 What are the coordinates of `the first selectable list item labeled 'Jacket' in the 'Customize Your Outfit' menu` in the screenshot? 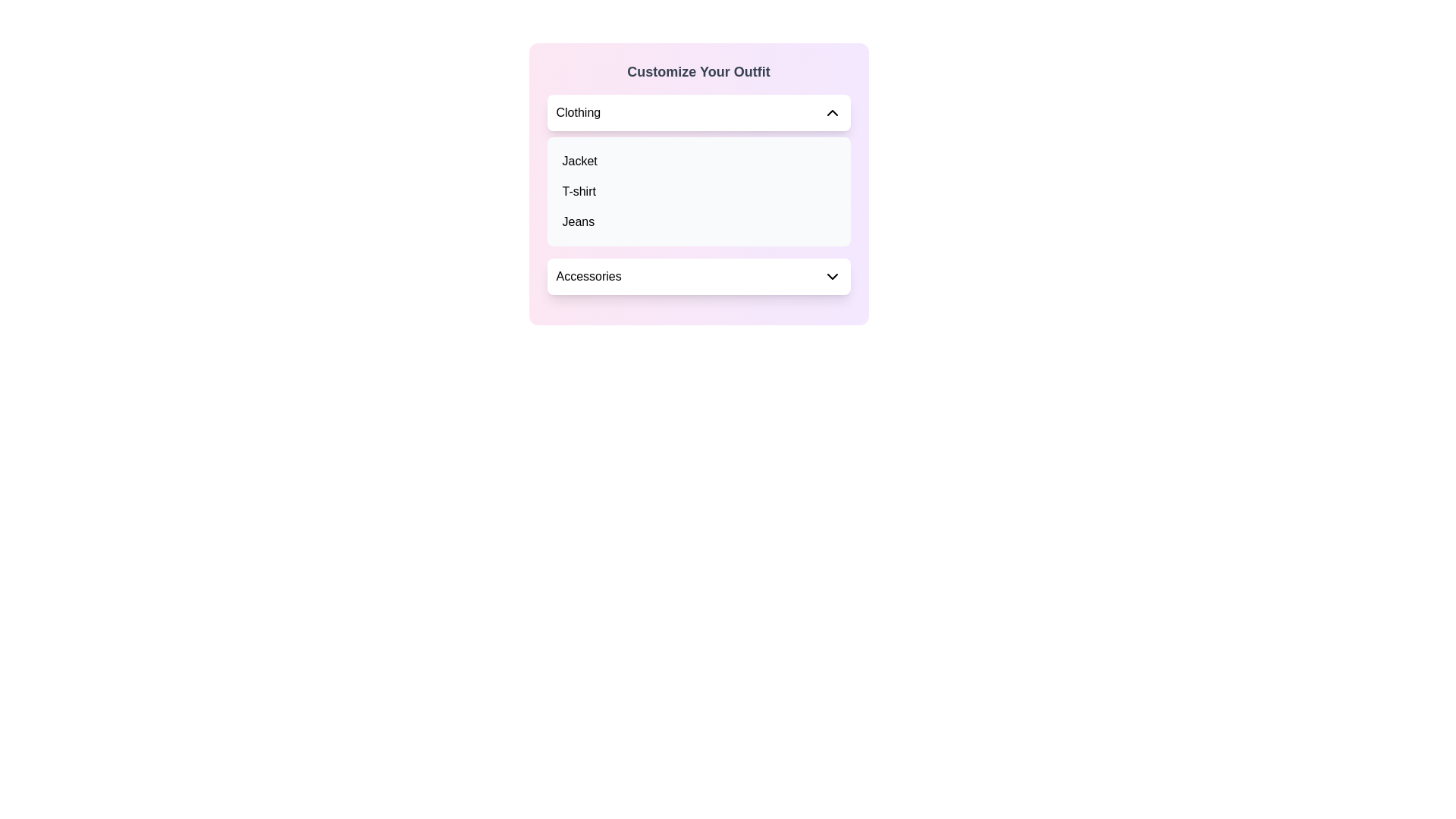 It's located at (698, 161).